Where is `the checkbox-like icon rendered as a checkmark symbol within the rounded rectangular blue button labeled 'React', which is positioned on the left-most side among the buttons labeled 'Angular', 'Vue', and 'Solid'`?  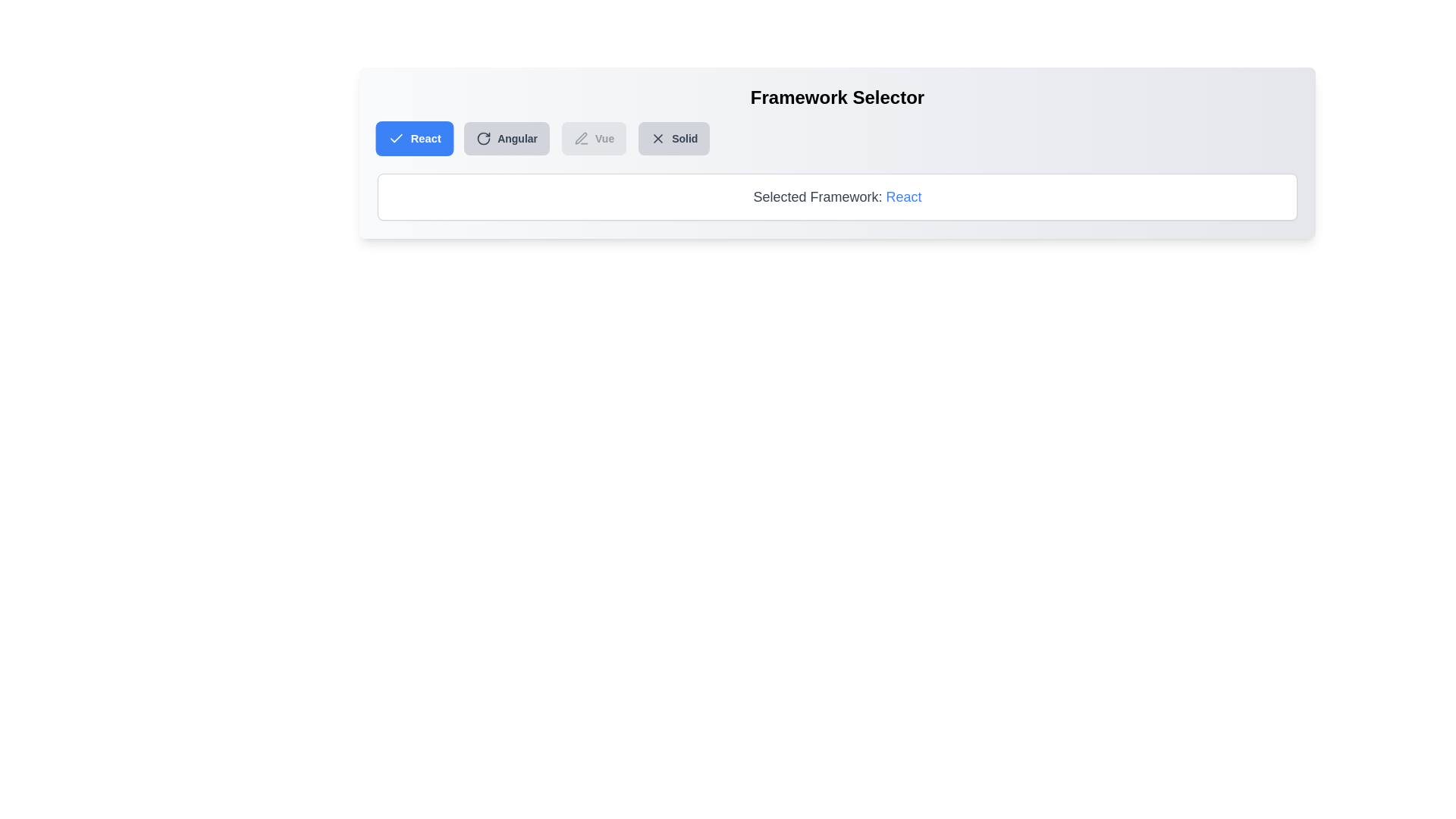 the checkbox-like icon rendered as a checkmark symbol within the rounded rectangular blue button labeled 'React', which is positioned on the left-most side among the buttons labeled 'Angular', 'Vue', and 'Solid' is located at coordinates (396, 138).